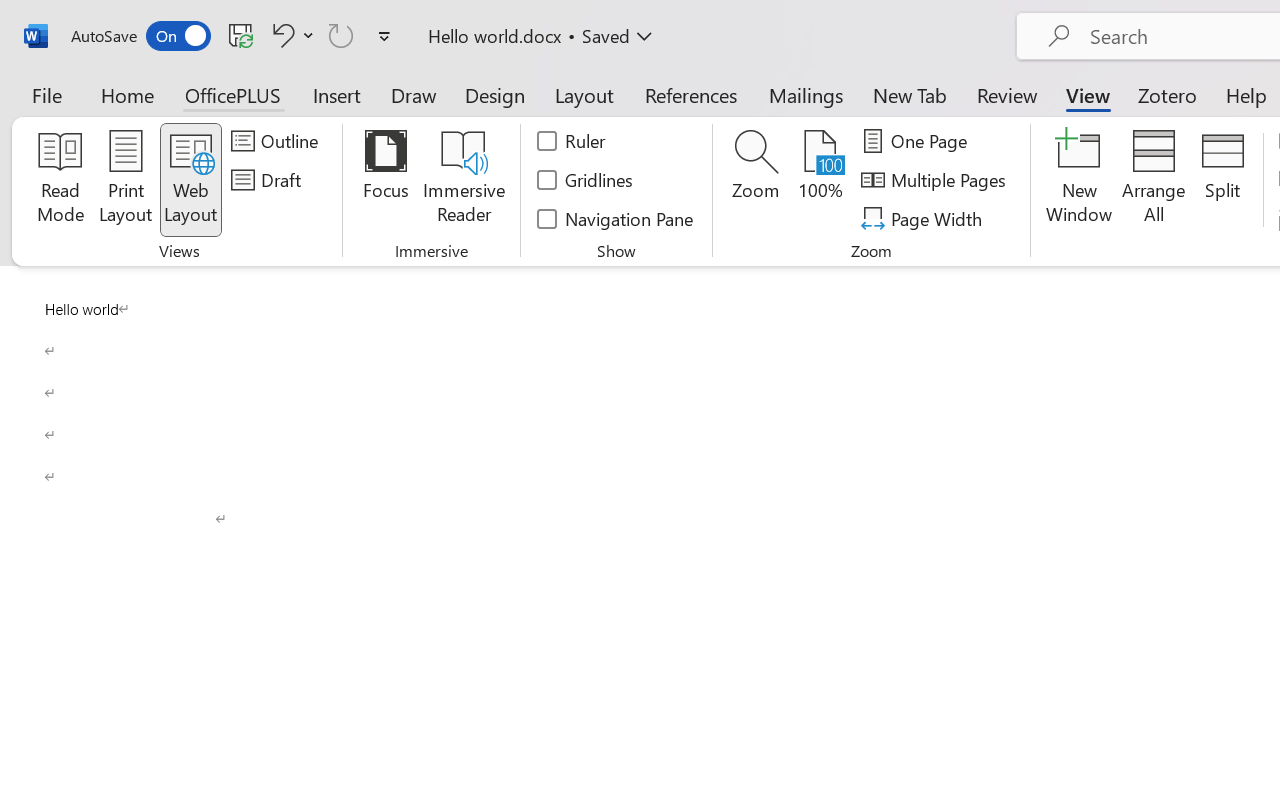 The width and height of the screenshot is (1280, 800). Describe the element at coordinates (190, 179) in the screenshot. I see `'Web Layout'` at that location.